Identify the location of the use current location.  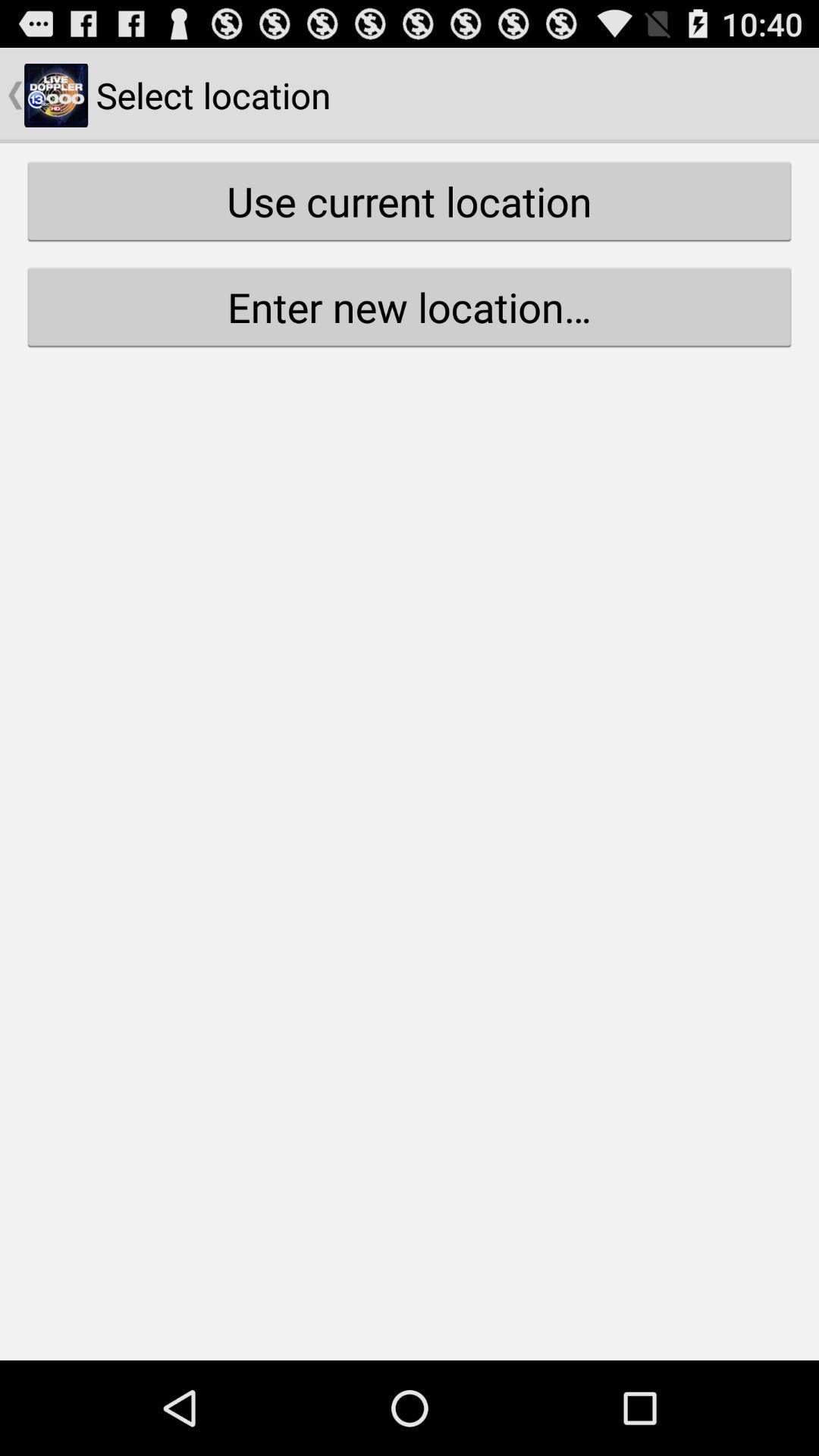
(409, 200).